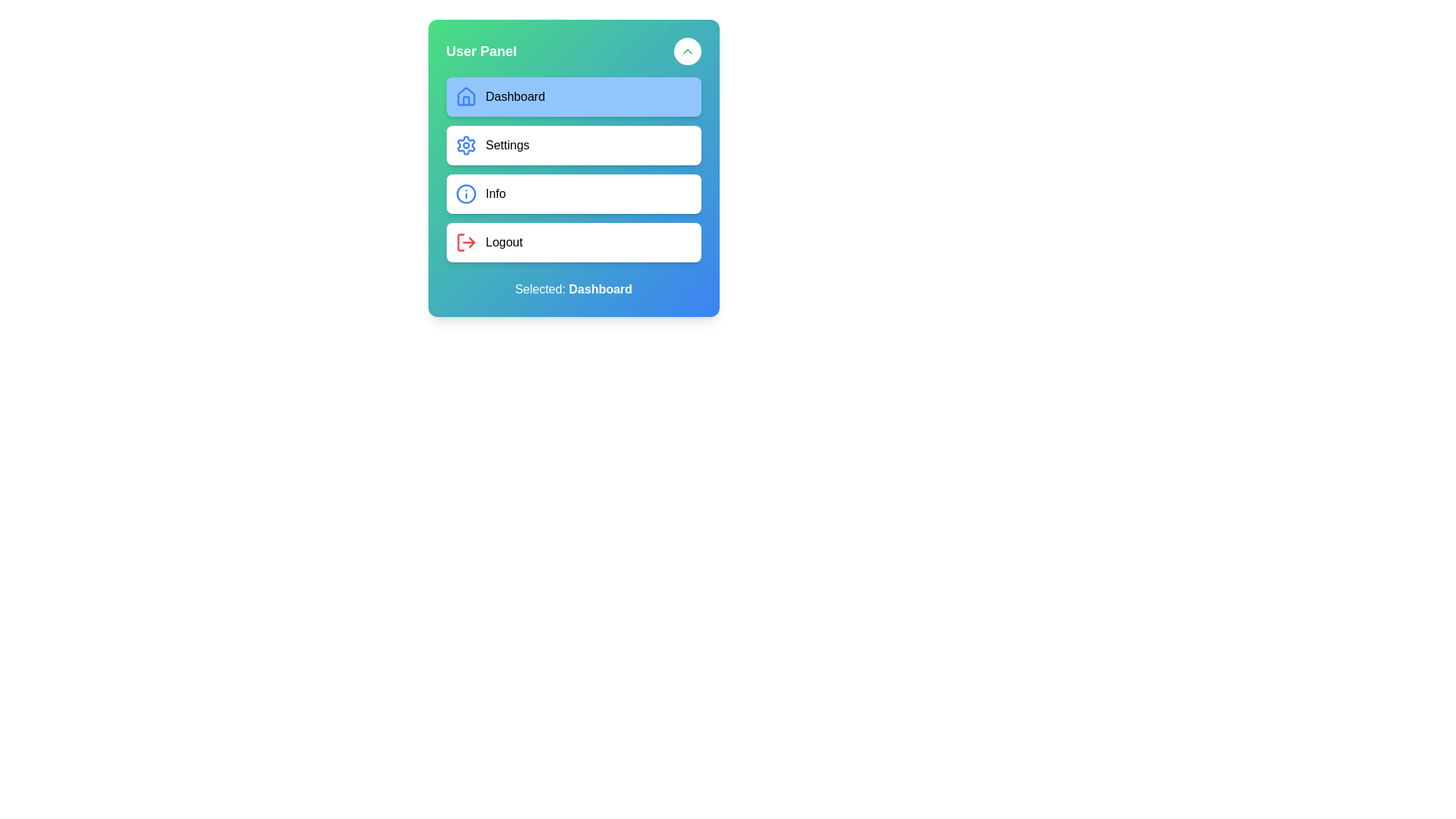 The image size is (1456, 819). Describe the element at coordinates (600, 289) in the screenshot. I see `the bolded 'Dashboard' text label indicating the currently selected menu item in the 'Selected' section of the user panel` at that location.